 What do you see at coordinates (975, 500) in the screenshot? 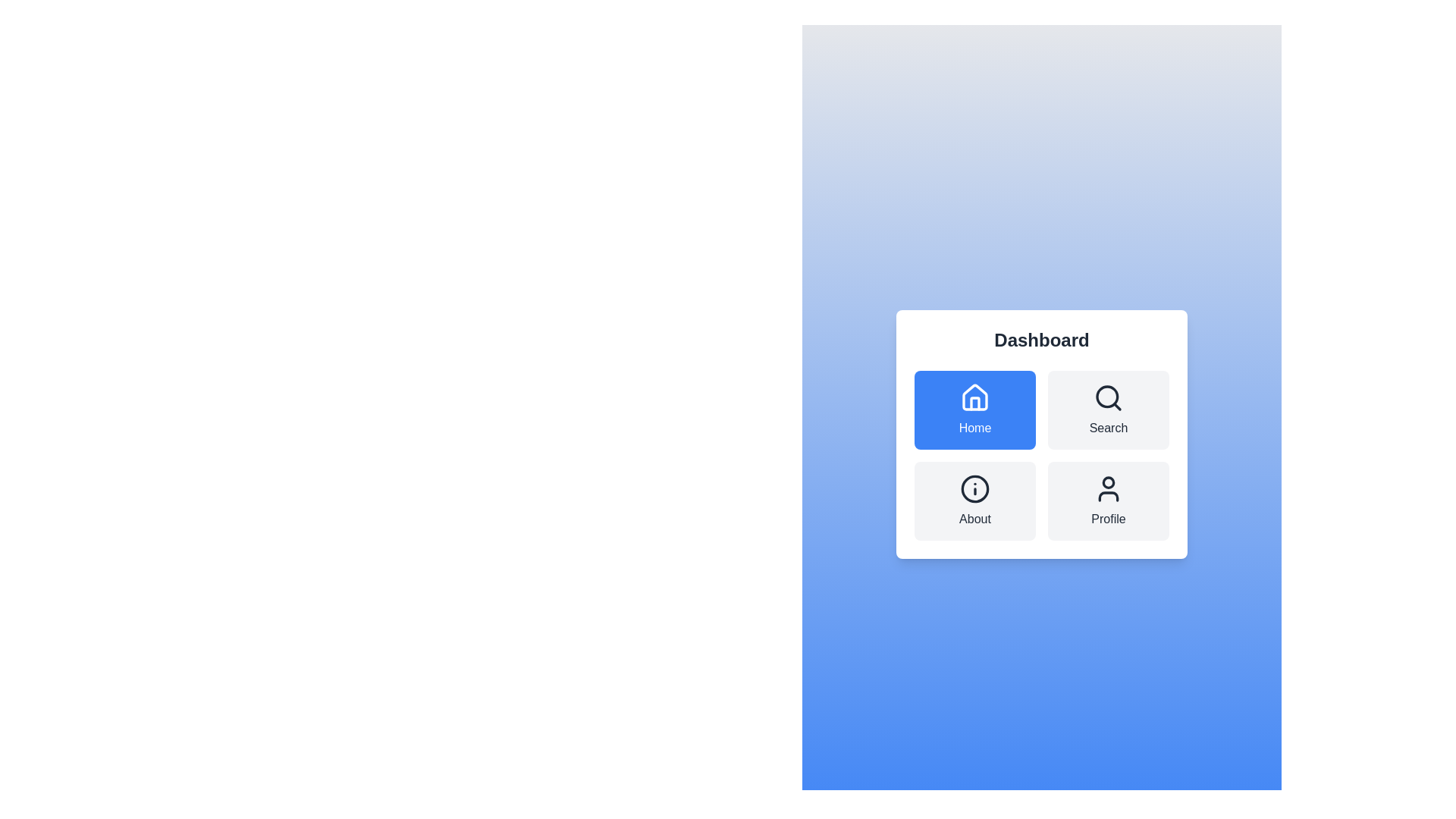
I see `the 'About' button located in the bottom-left corner of the grid layout` at bounding box center [975, 500].